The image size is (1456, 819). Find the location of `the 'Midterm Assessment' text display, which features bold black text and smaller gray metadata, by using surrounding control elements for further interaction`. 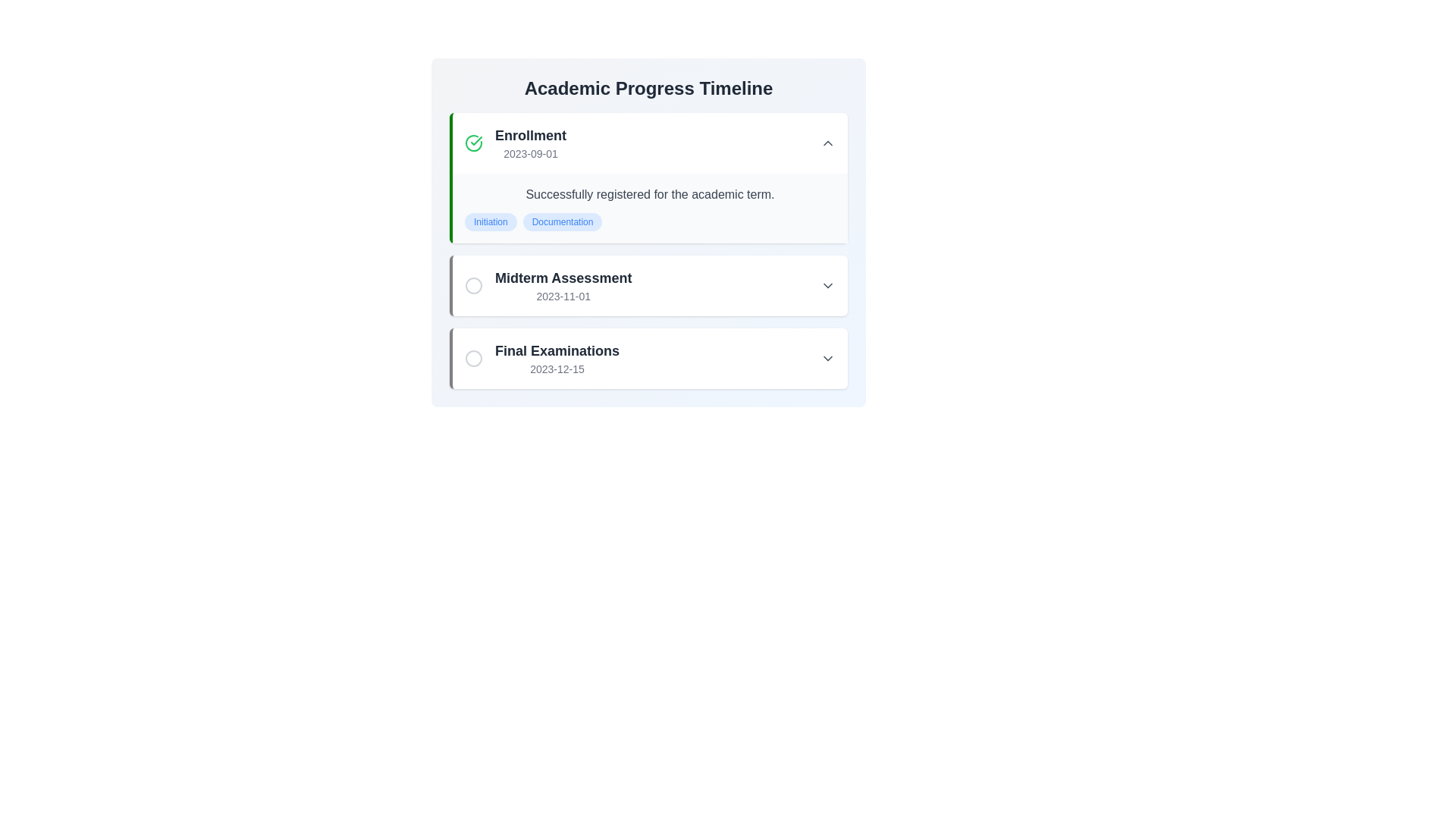

the 'Midterm Assessment' text display, which features bold black text and smaller gray metadata, by using surrounding control elements for further interaction is located at coordinates (563, 286).